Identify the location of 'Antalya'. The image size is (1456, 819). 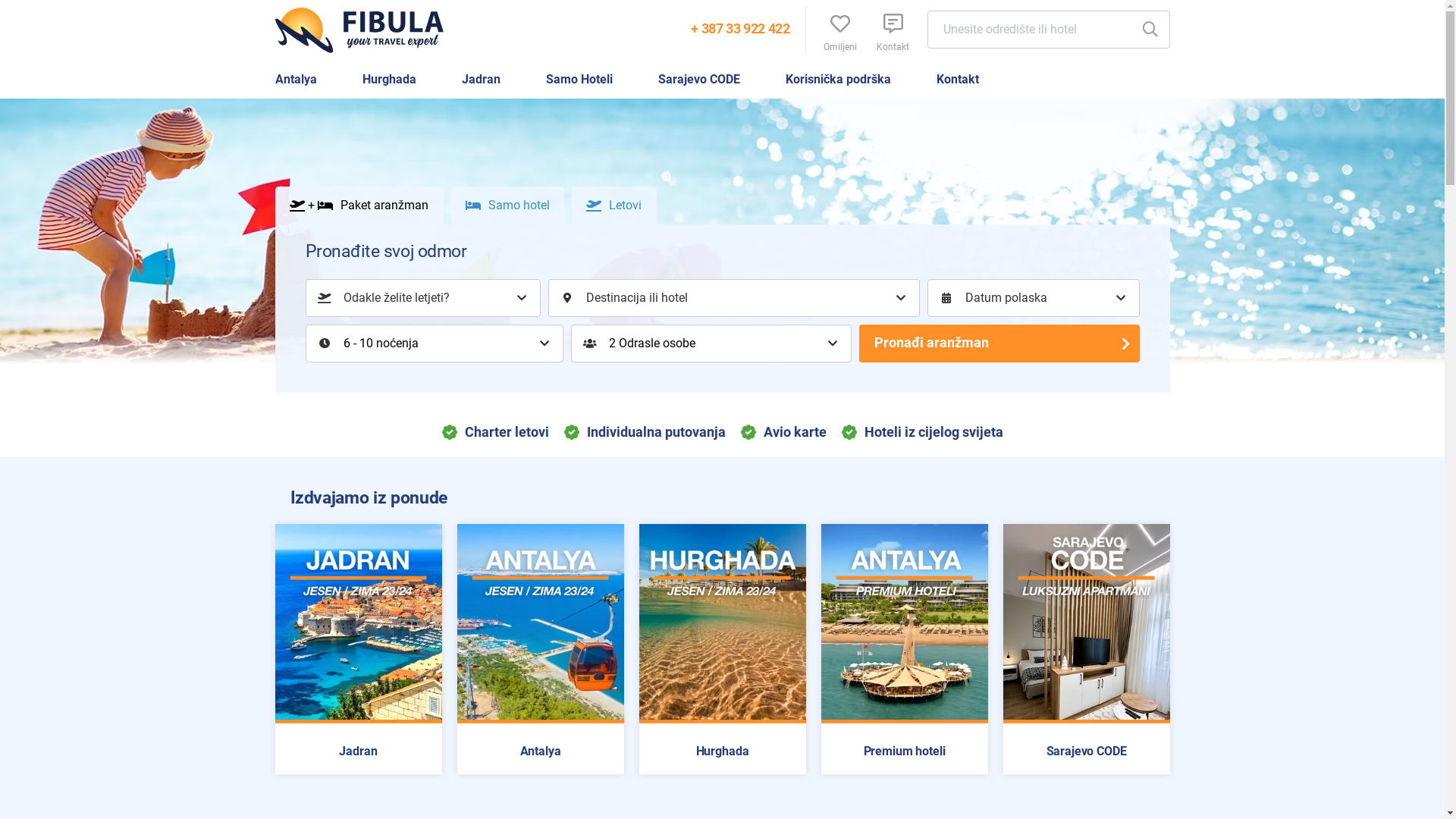
(539, 752).